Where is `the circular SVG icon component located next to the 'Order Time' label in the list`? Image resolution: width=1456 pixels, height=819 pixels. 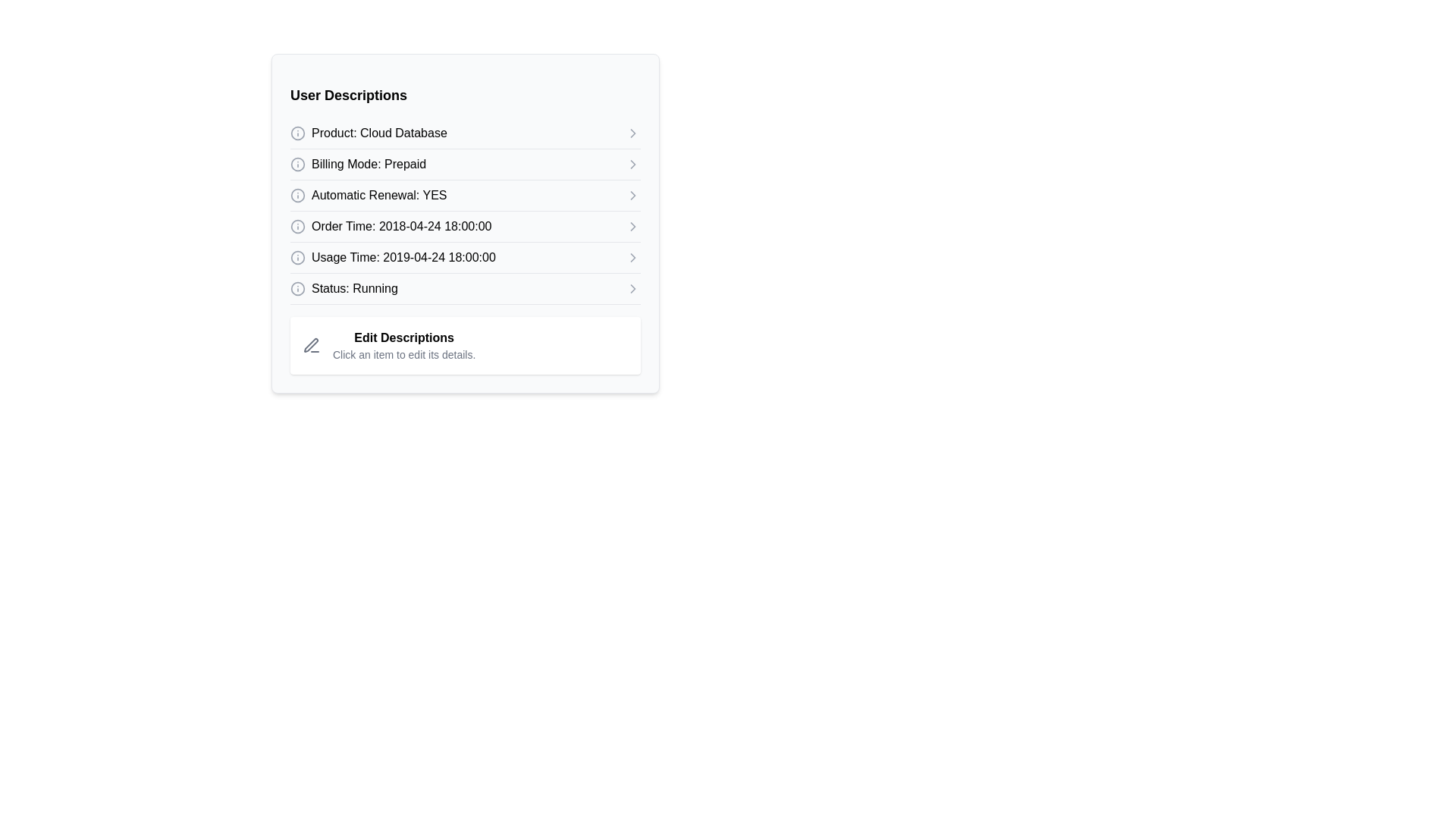
the circular SVG icon component located next to the 'Order Time' label in the list is located at coordinates (298, 227).